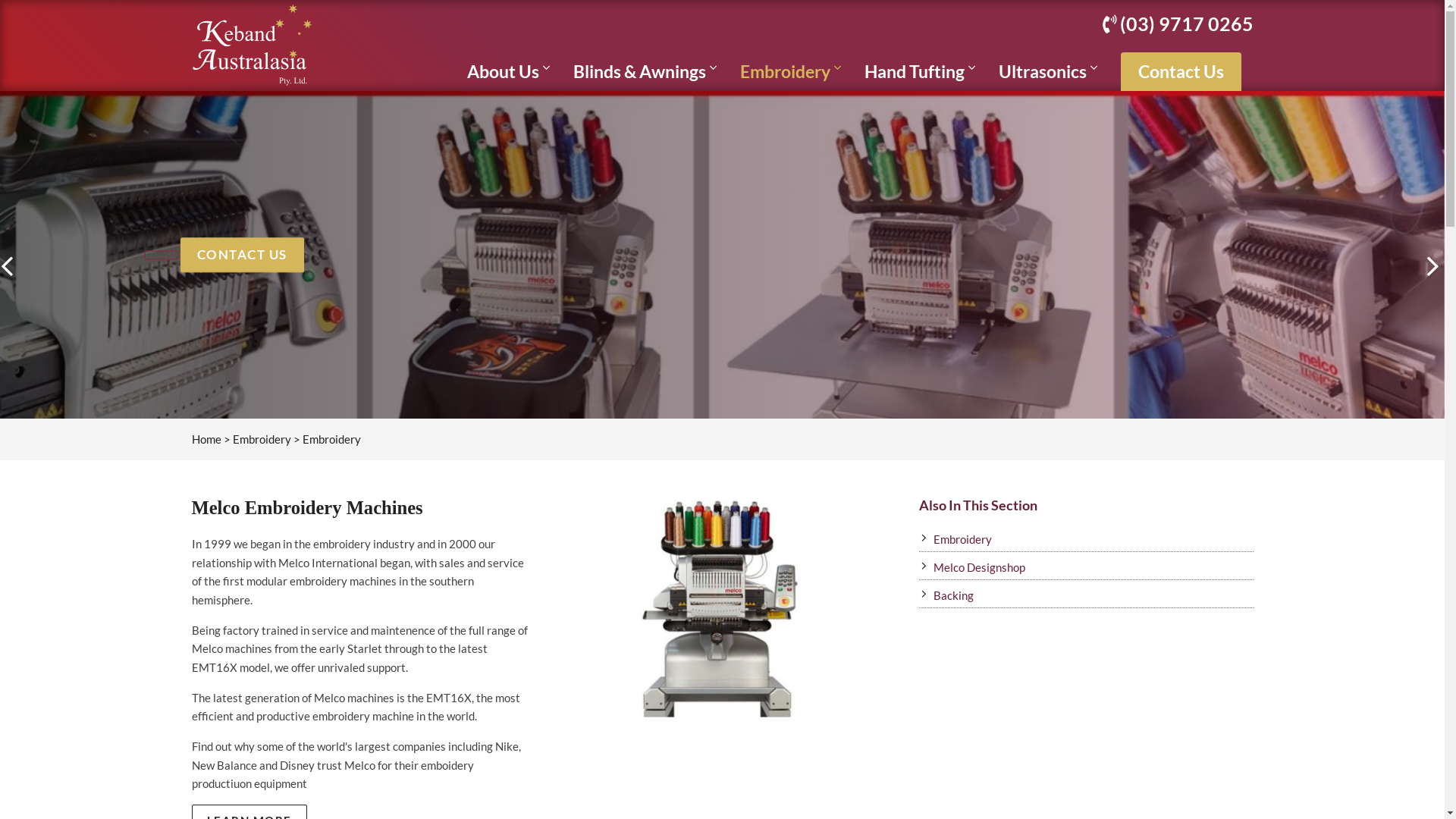  What do you see at coordinates (251, 43) in the screenshot?
I see `'Keband Australasia'` at bounding box center [251, 43].